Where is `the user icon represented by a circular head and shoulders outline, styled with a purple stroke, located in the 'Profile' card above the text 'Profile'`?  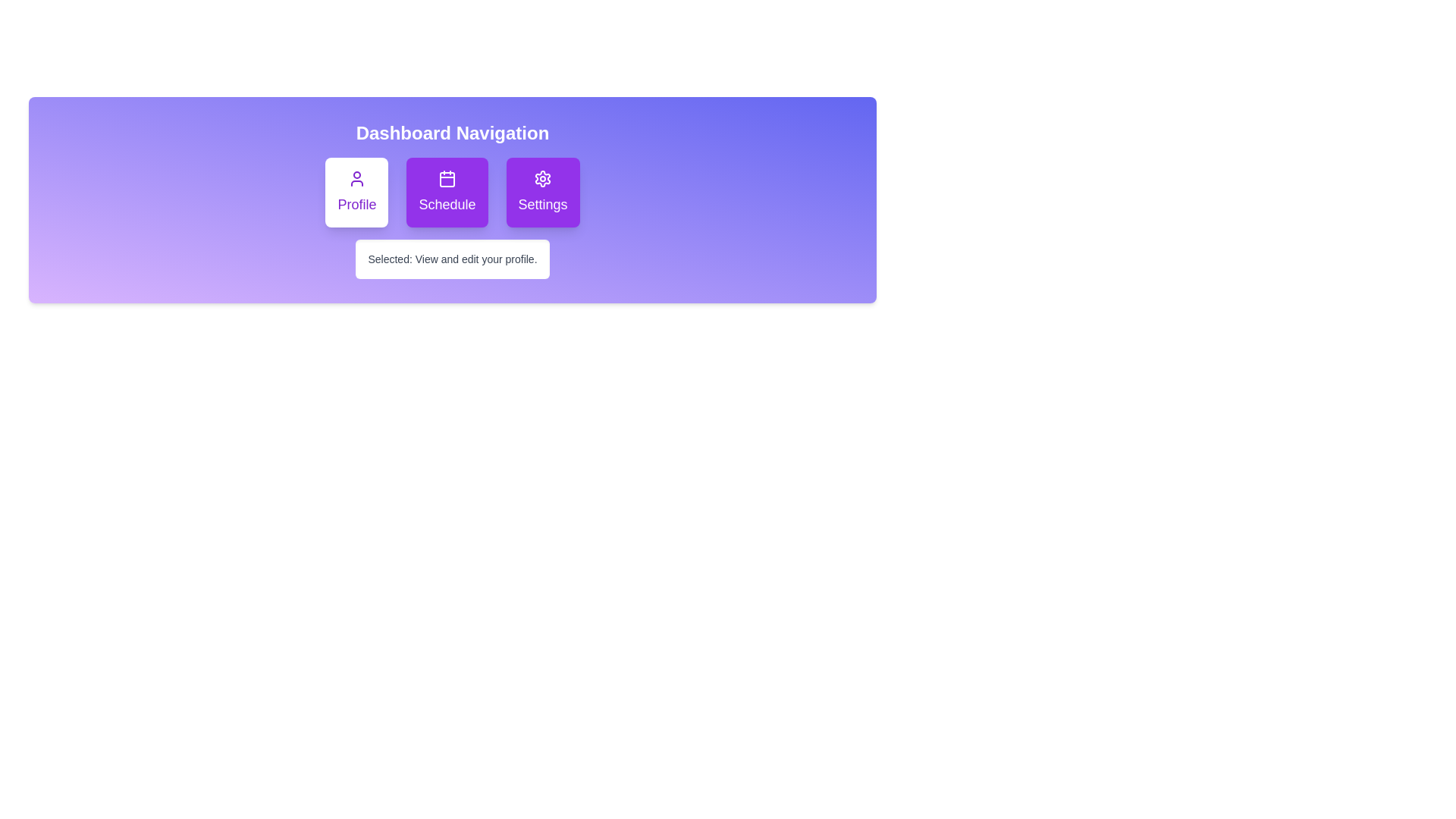 the user icon represented by a circular head and shoulders outline, styled with a purple stroke, located in the 'Profile' card above the text 'Profile' is located at coordinates (356, 177).